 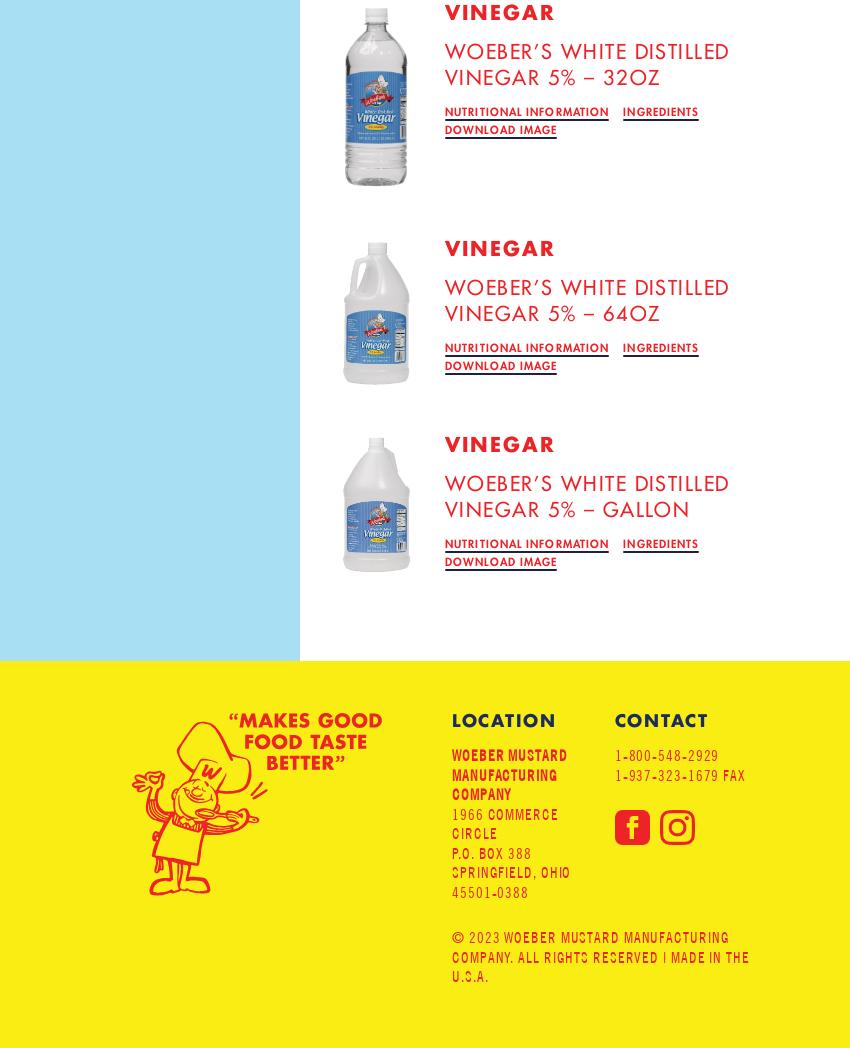 I want to click on 'CONTACT', so click(x=613, y=718).